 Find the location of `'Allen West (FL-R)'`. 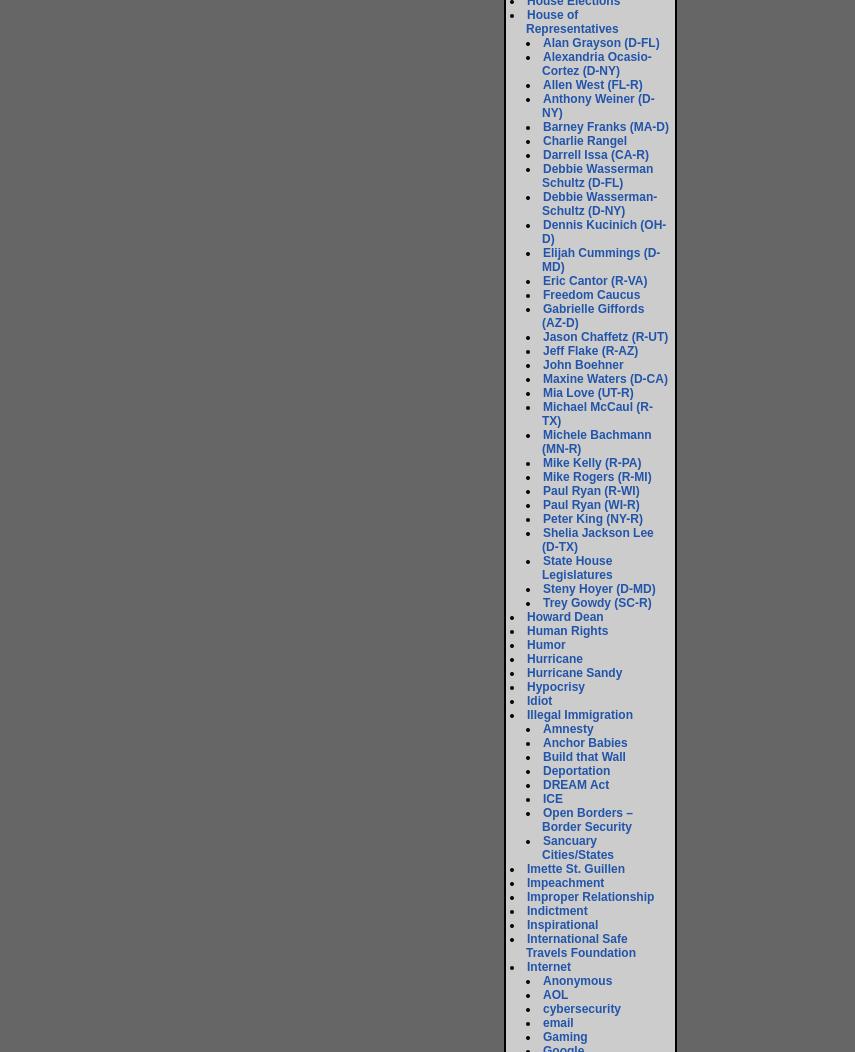

'Allen West (FL-R)' is located at coordinates (592, 84).